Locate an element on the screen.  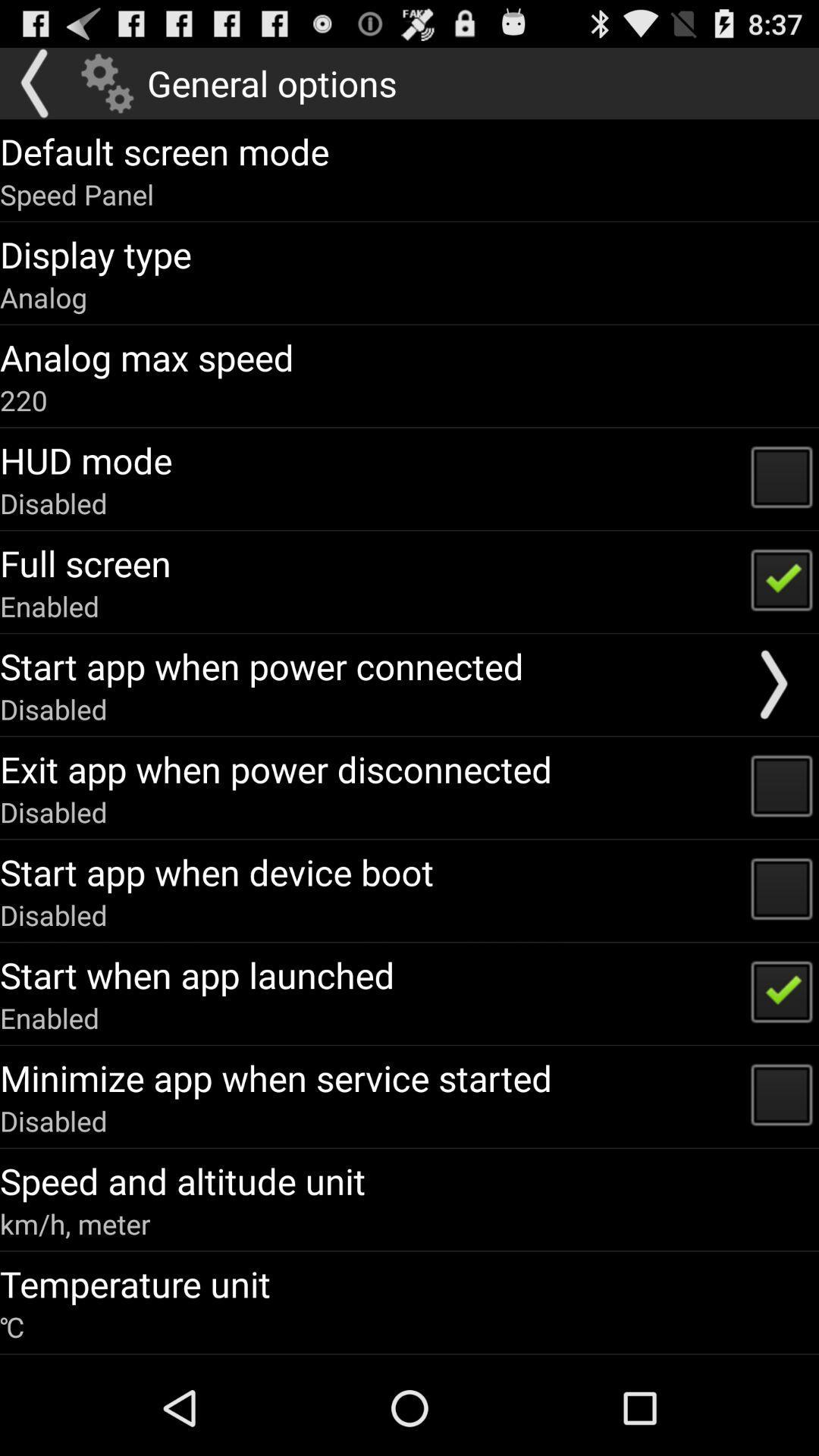
the default screen mode app is located at coordinates (165, 151).